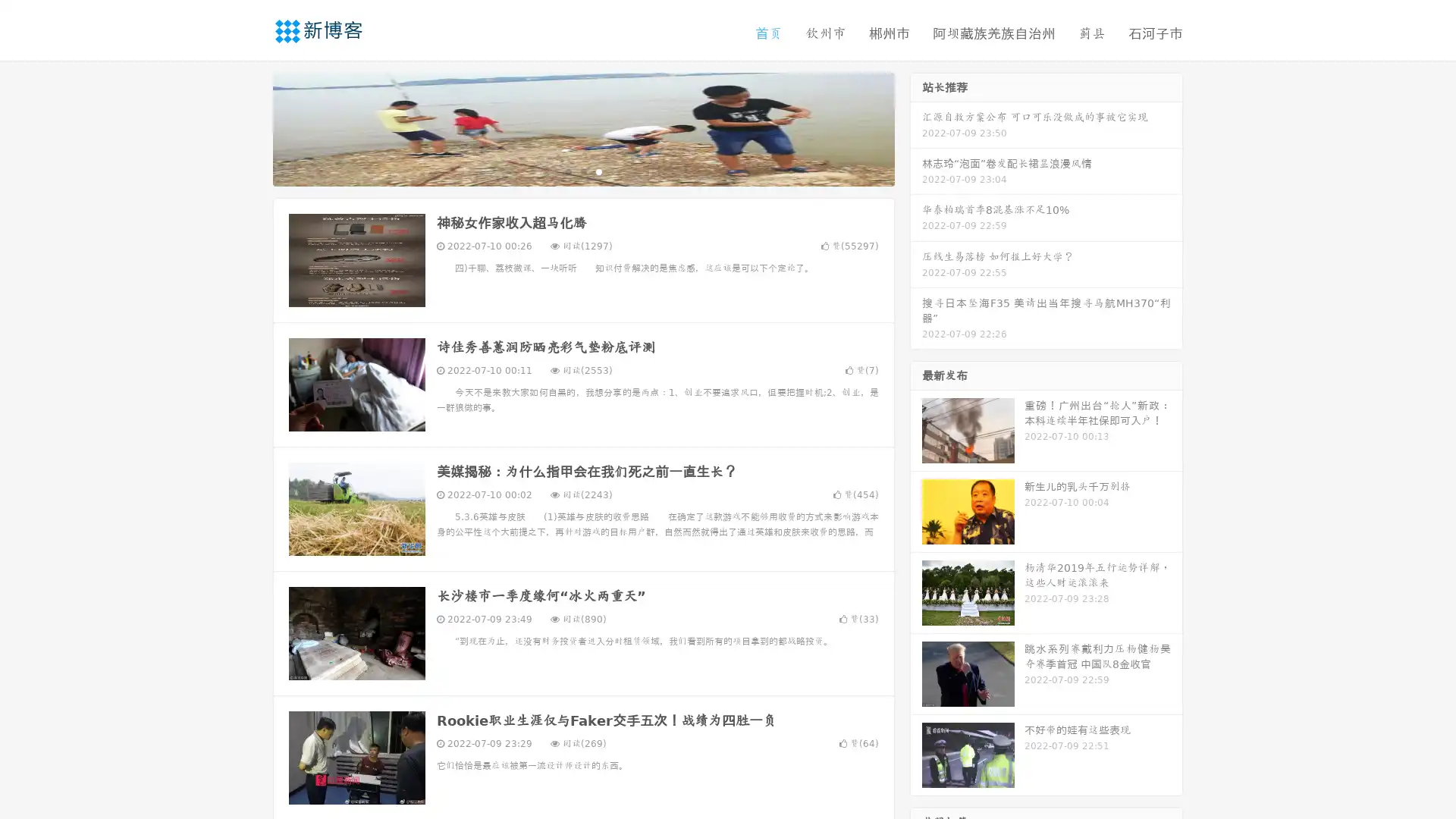  Describe the element at coordinates (598, 171) in the screenshot. I see `Go to slide 3` at that location.